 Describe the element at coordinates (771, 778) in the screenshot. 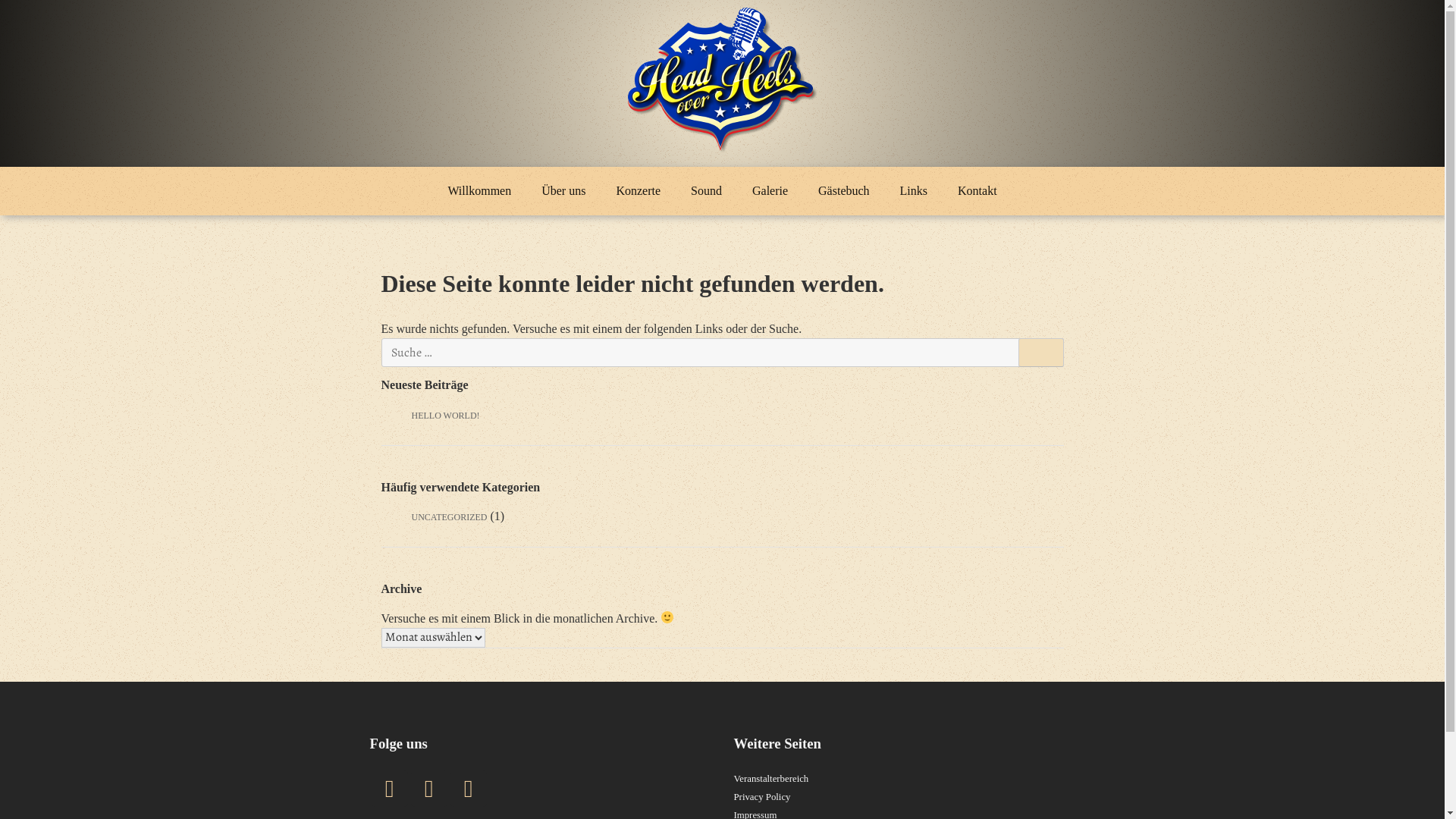

I see `'Veranstalterbereich'` at that location.